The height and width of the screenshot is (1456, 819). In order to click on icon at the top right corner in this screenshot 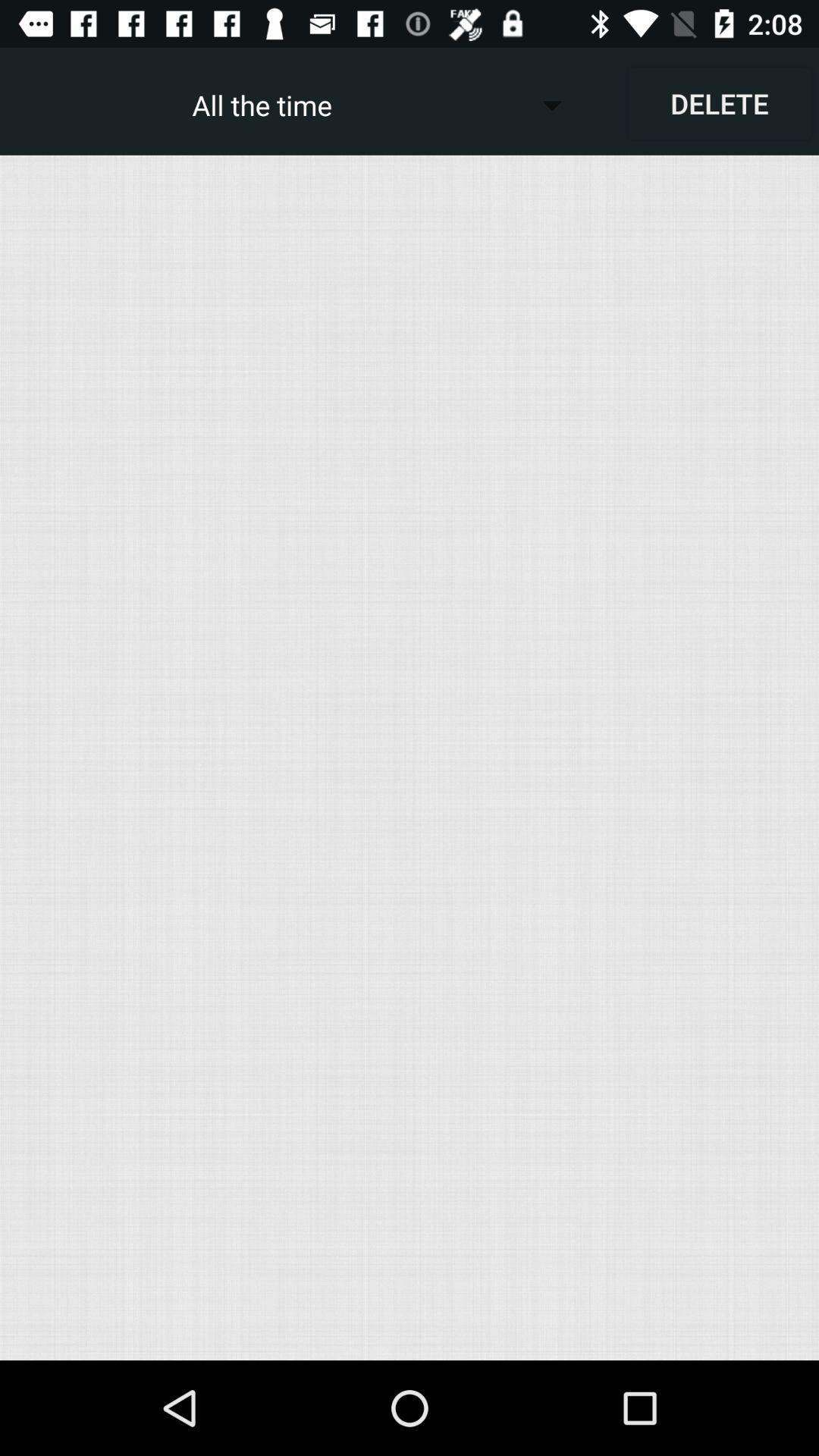, I will do `click(718, 102)`.